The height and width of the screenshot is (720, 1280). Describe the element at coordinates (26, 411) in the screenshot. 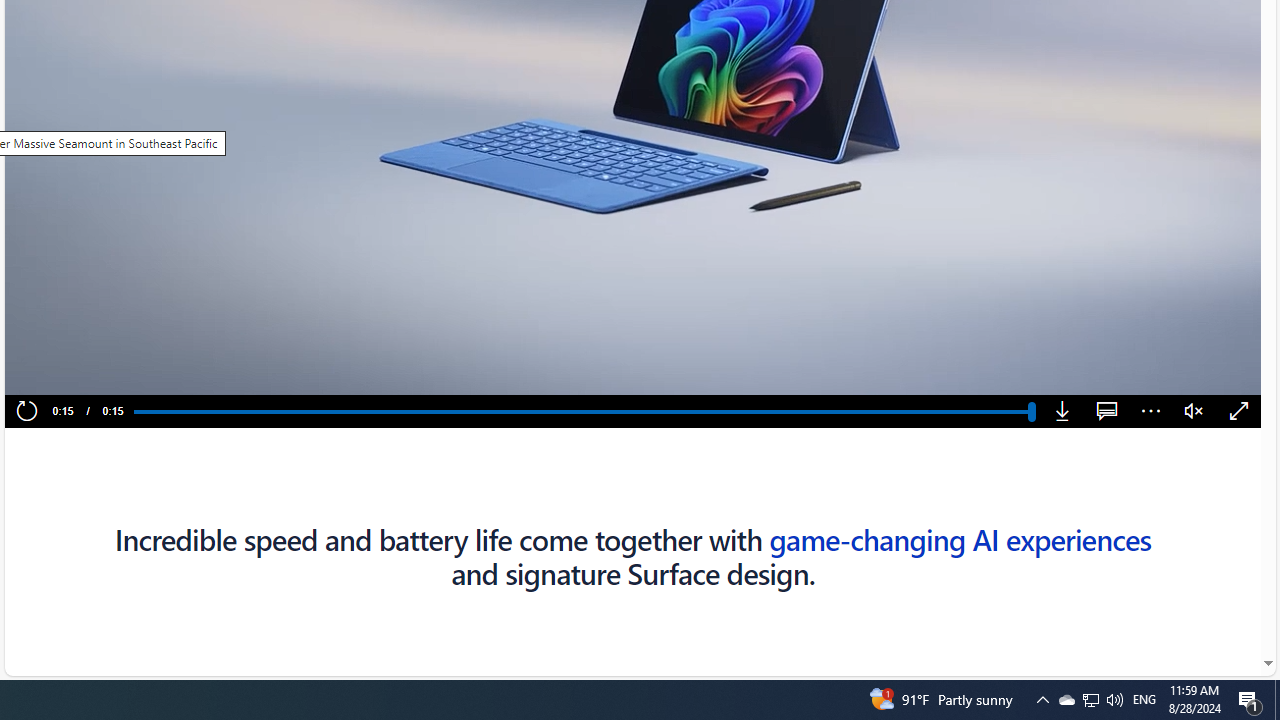

I see `'Replay'` at that location.